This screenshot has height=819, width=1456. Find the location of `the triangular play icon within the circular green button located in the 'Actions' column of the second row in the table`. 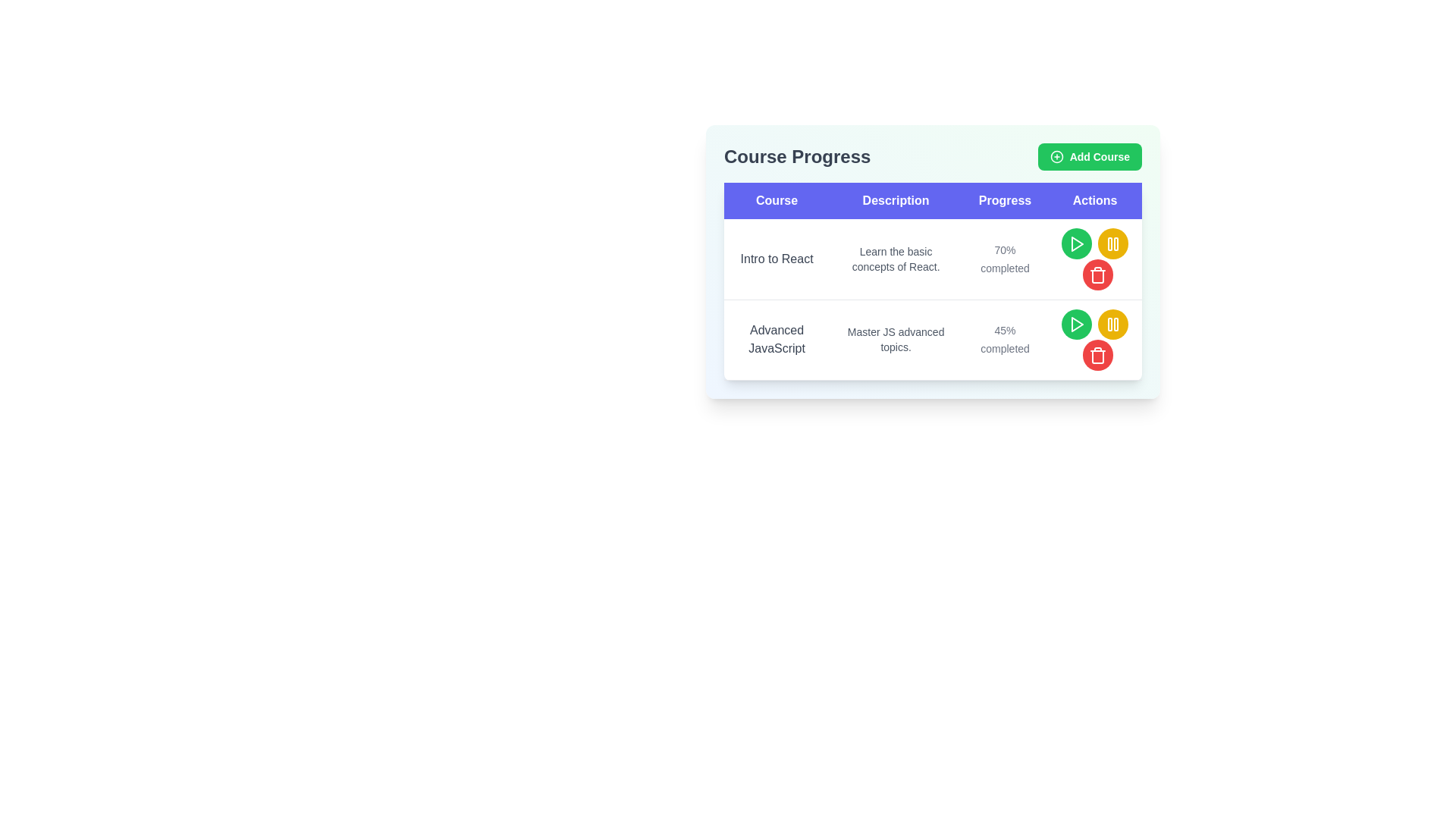

the triangular play icon within the circular green button located in the 'Actions' column of the second row in the table is located at coordinates (1076, 324).